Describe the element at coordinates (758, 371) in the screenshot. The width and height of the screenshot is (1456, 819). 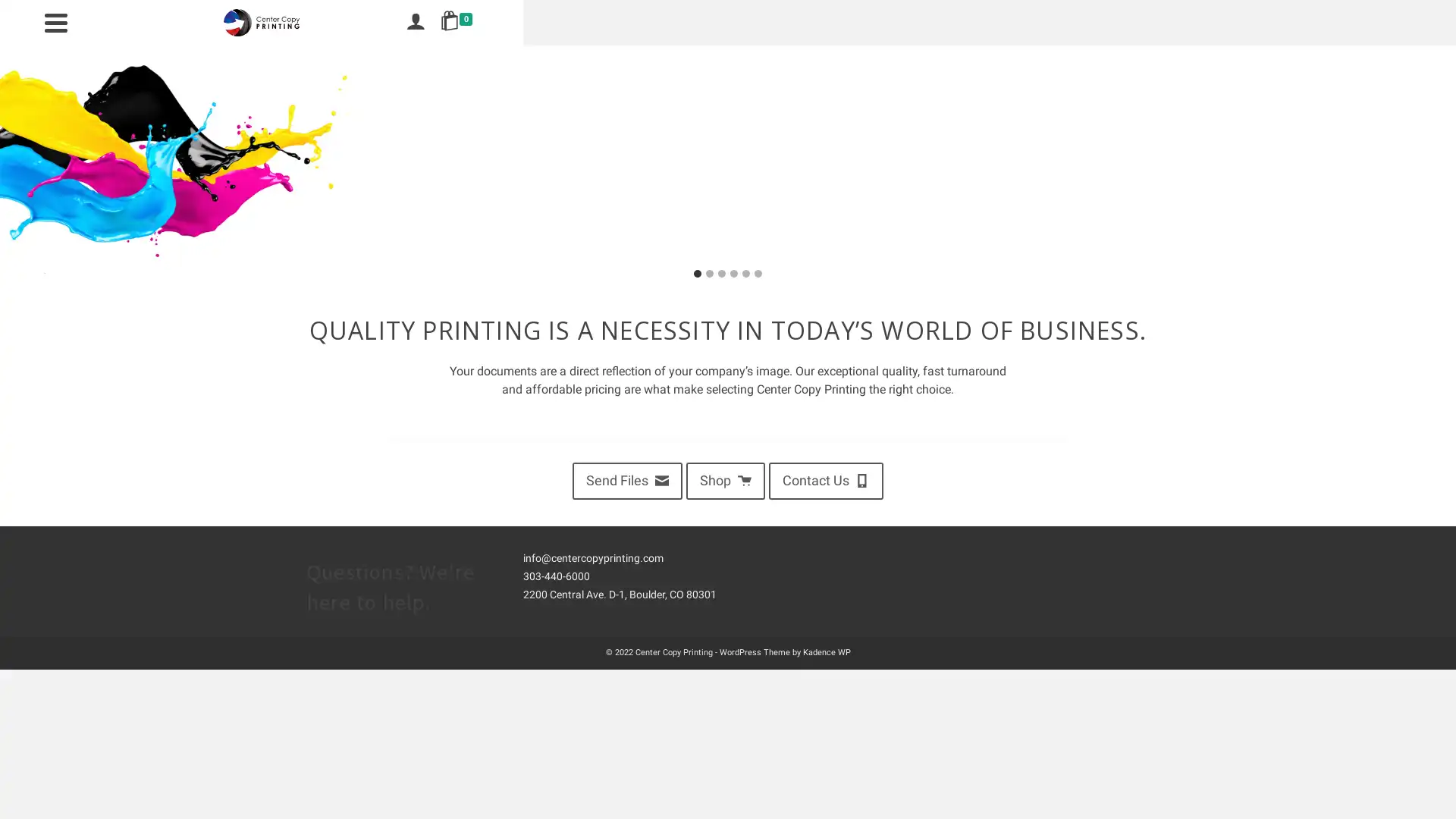
I see `Go to slide 6` at that location.